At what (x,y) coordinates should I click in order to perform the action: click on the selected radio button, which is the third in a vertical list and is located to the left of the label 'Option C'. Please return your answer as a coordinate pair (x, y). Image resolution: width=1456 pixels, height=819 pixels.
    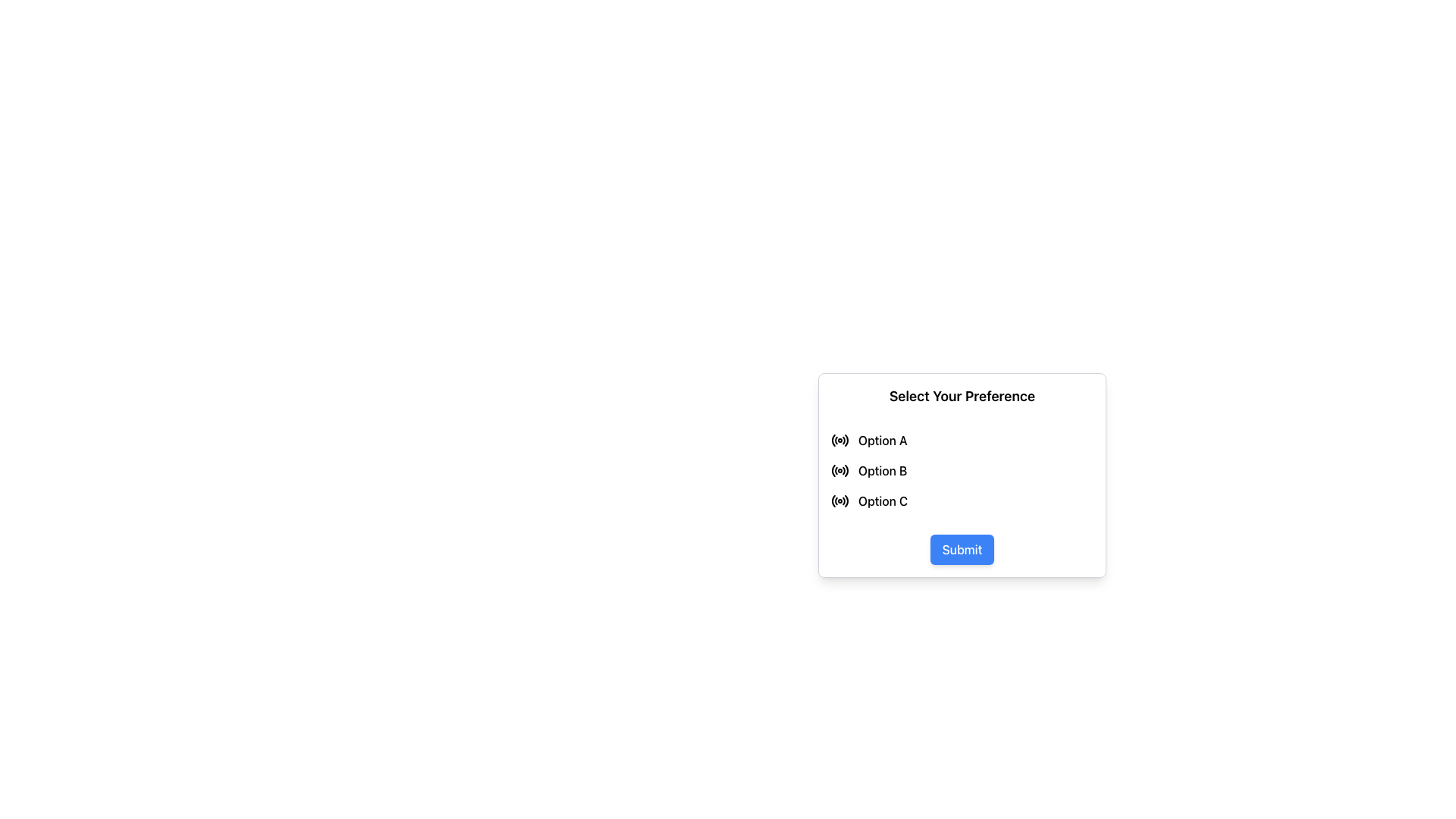
    Looking at the image, I should click on (839, 500).